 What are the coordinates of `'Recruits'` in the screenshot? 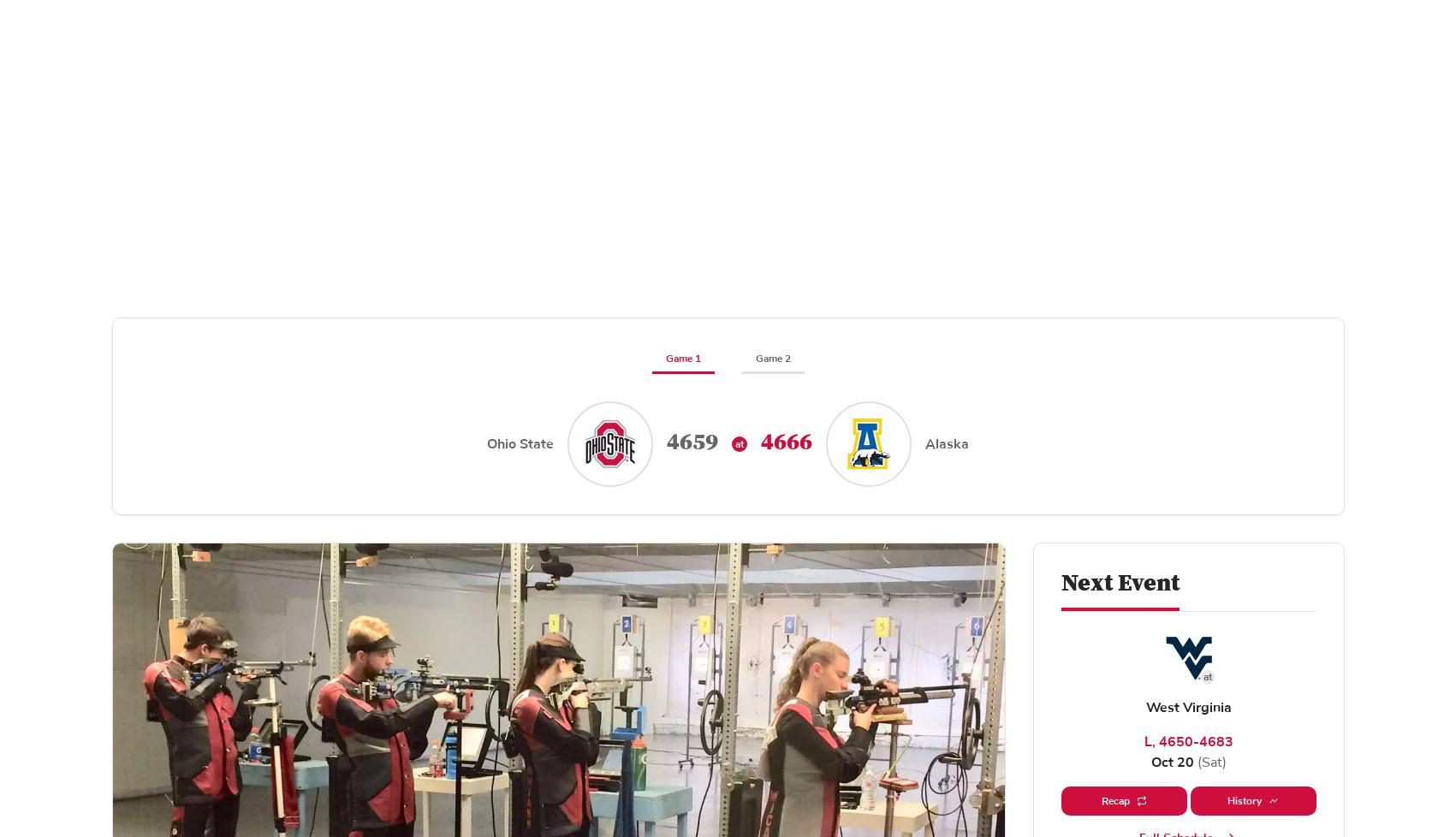 It's located at (52, 313).